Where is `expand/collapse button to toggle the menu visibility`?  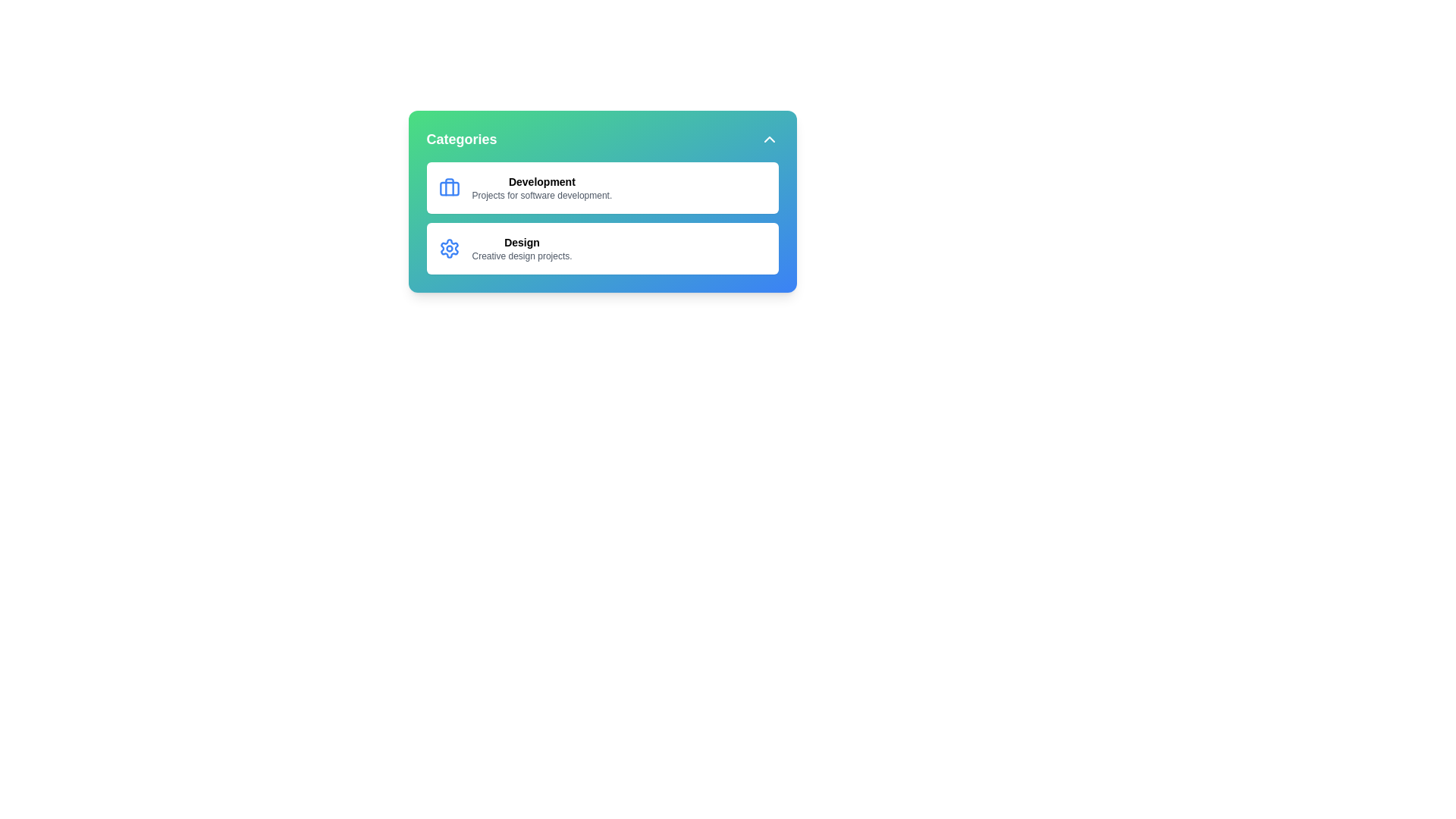 expand/collapse button to toggle the menu visibility is located at coordinates (769, 140).